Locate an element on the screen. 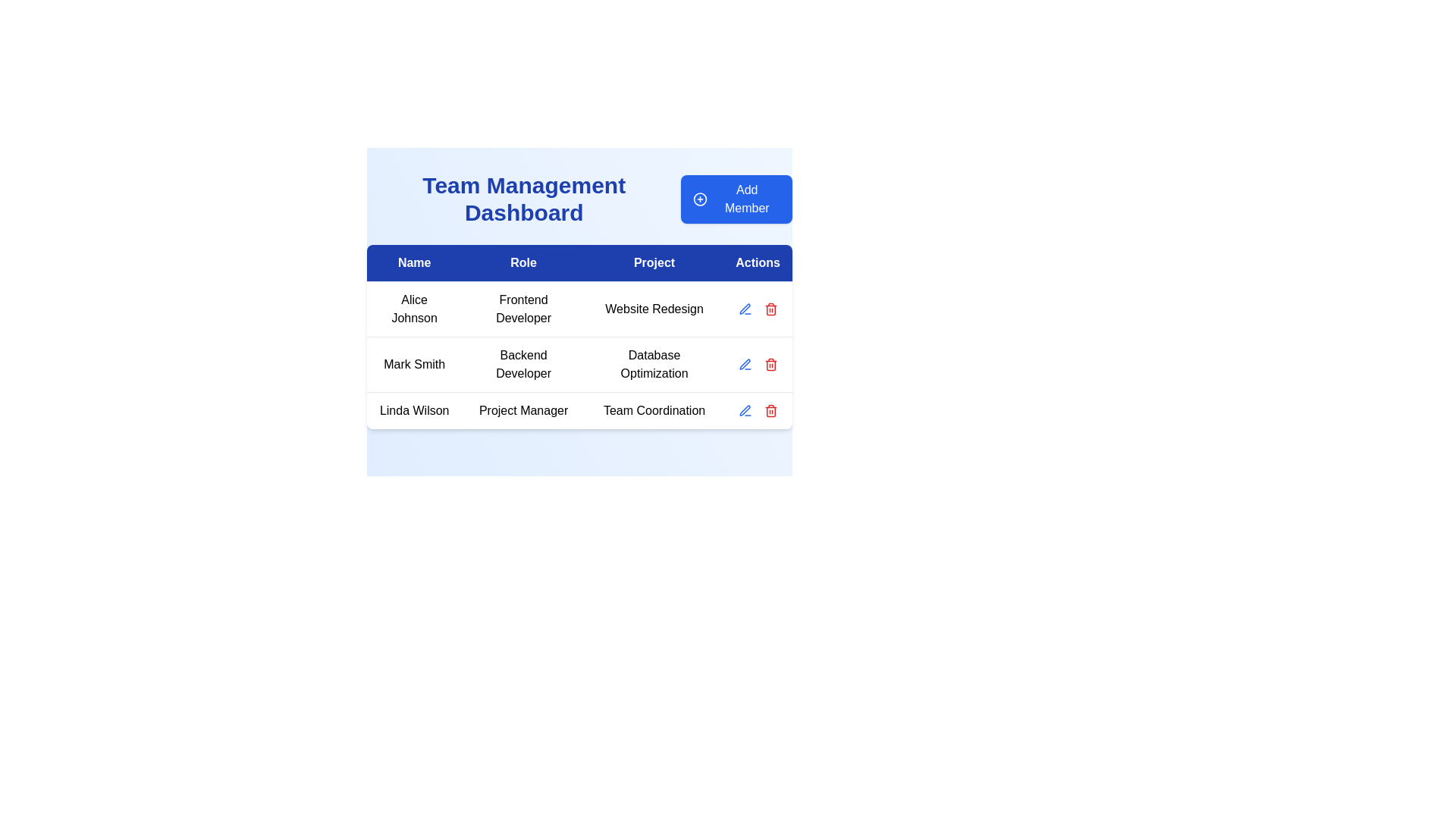 This screenshot has width=1456, height=819. the first row of the table is located at coordinates (579, 309).